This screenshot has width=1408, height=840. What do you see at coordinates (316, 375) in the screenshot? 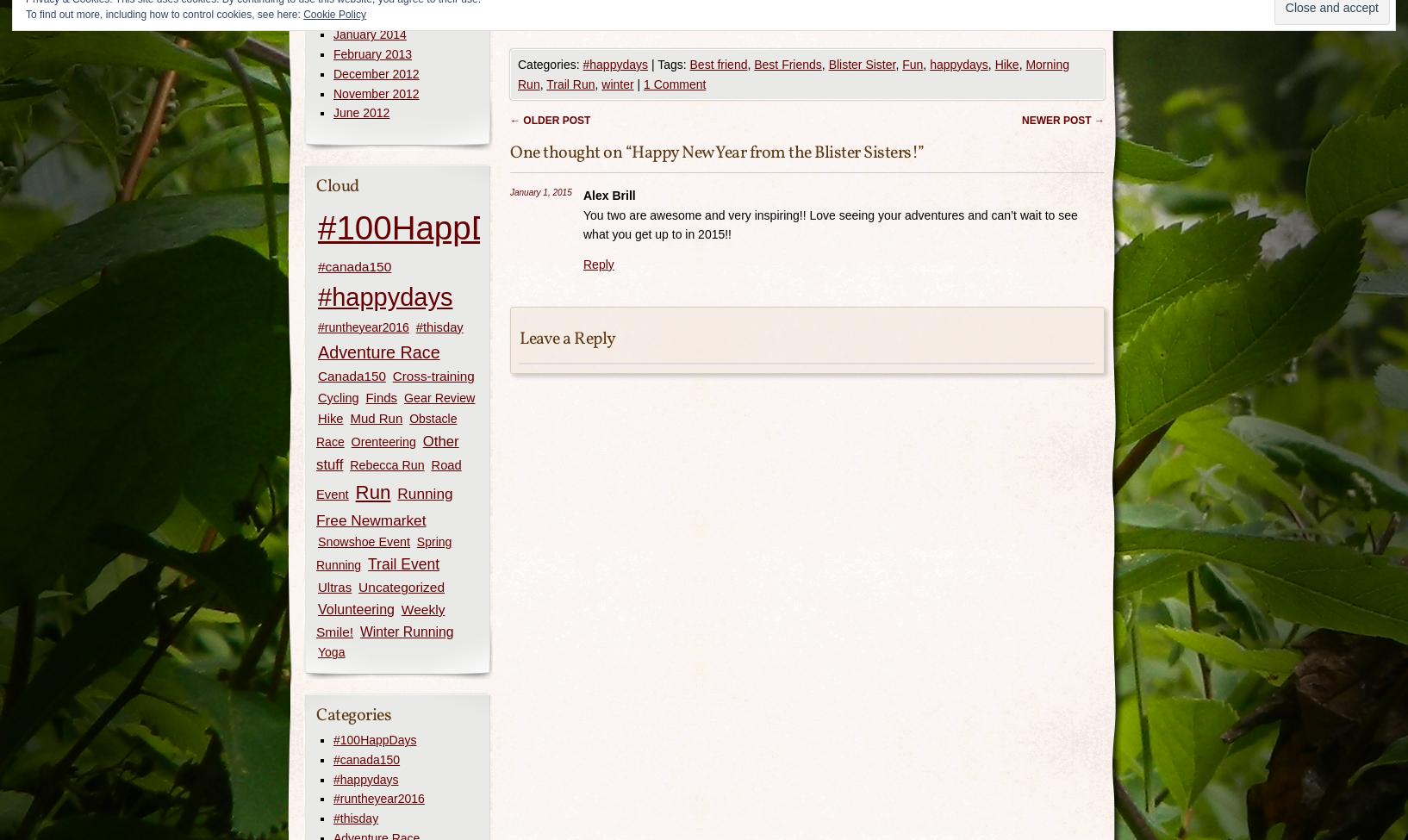
I see `'Canada150'` at bounding box center [316, 375].